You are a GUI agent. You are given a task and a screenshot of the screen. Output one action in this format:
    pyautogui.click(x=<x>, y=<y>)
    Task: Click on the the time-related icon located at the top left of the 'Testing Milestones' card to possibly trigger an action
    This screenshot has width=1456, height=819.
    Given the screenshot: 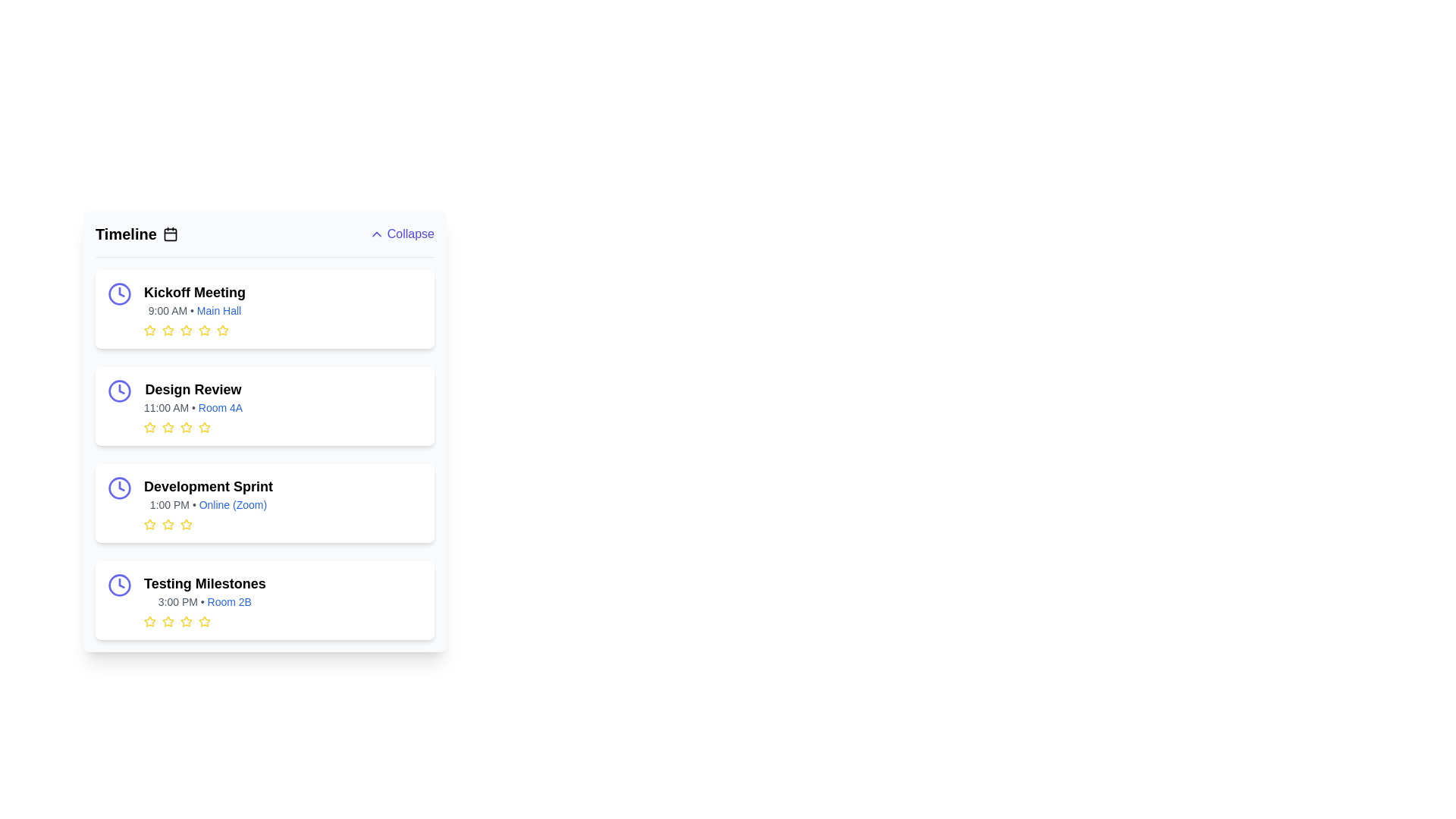 What is the action you would take?
    pyautogui.click(x=119, y=584)
    